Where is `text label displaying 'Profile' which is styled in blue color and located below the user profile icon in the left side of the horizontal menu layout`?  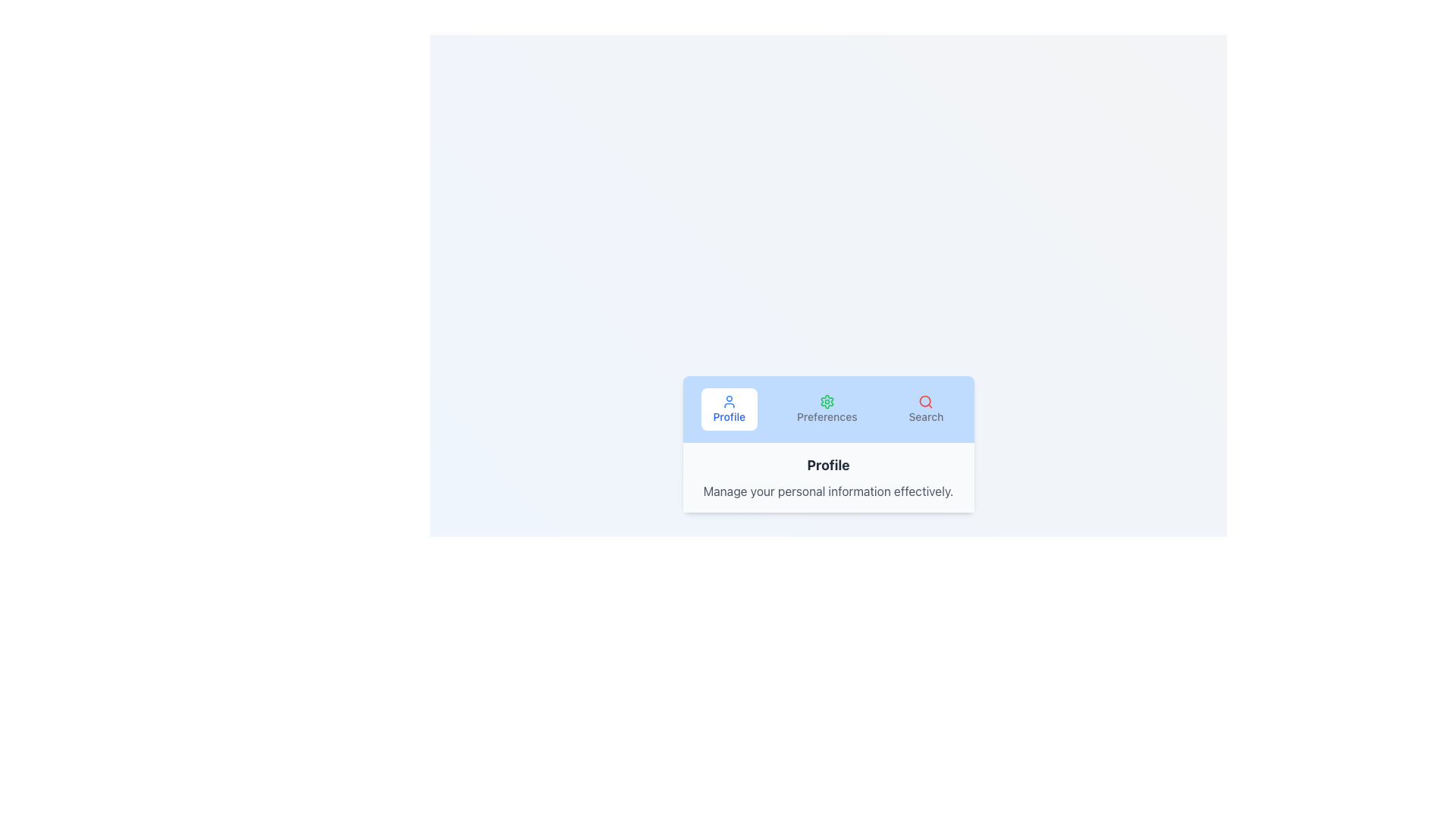 text label displaying 'Profile' which is styled in blue color and located below the user profile icon in the left side of the horizontal menu layout is located at coordinates (729, 417).